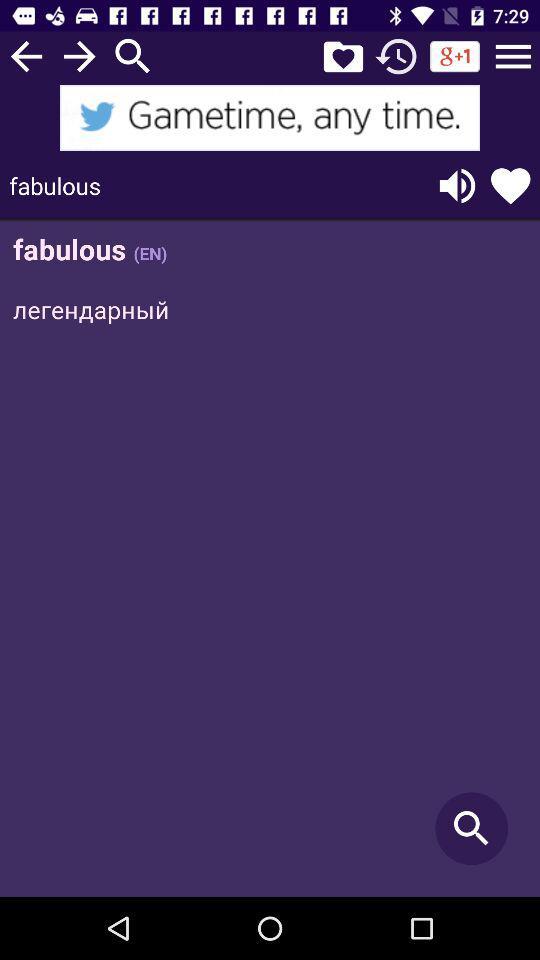 This screenshot has height=960, width=540. Describe the element at coordinates (342, 55) in the screenshot. I see `the favorite icon` at that location.